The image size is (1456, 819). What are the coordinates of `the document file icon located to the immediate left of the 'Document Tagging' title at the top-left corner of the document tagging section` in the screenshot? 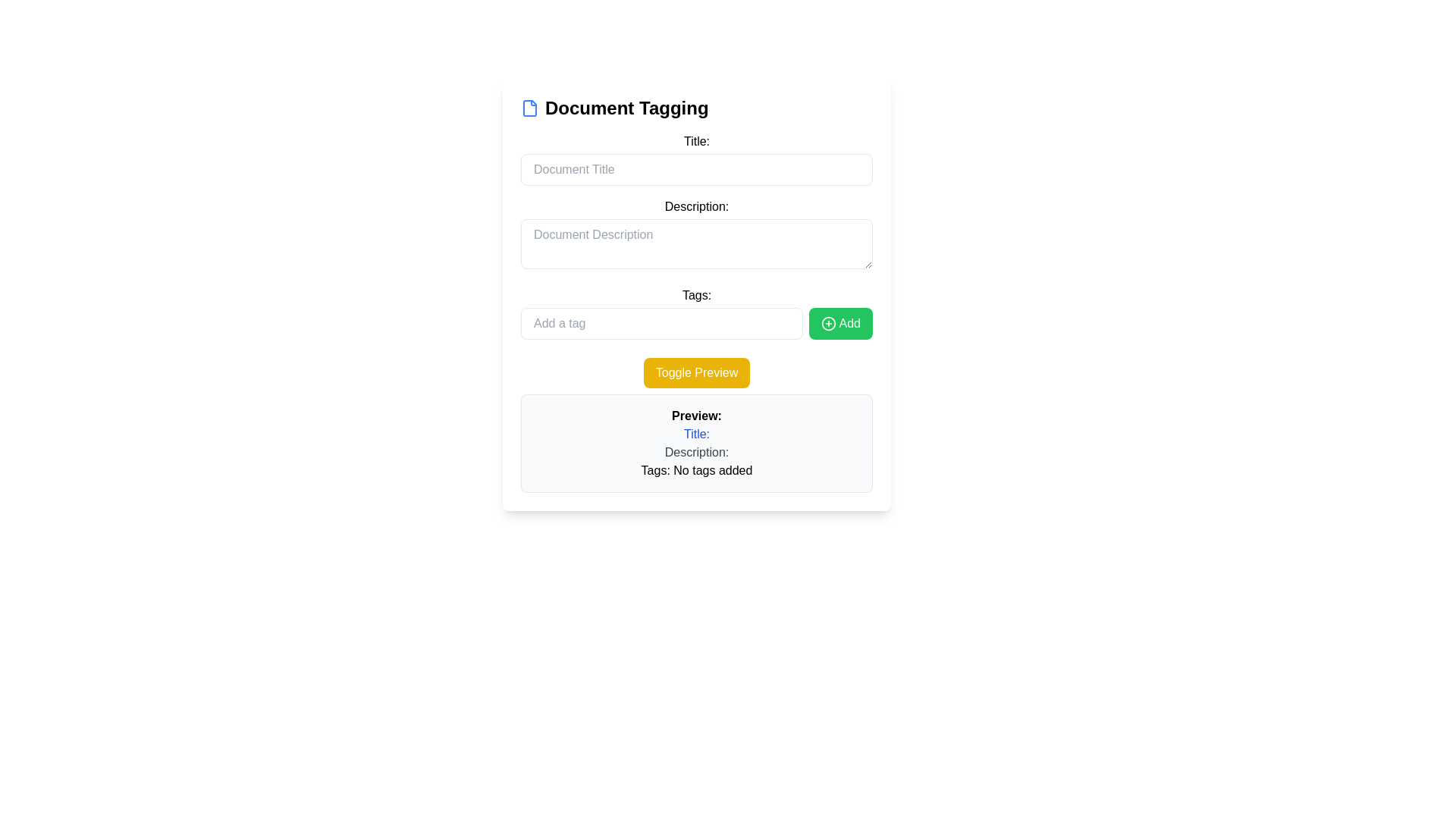 It's located at (530, 107).